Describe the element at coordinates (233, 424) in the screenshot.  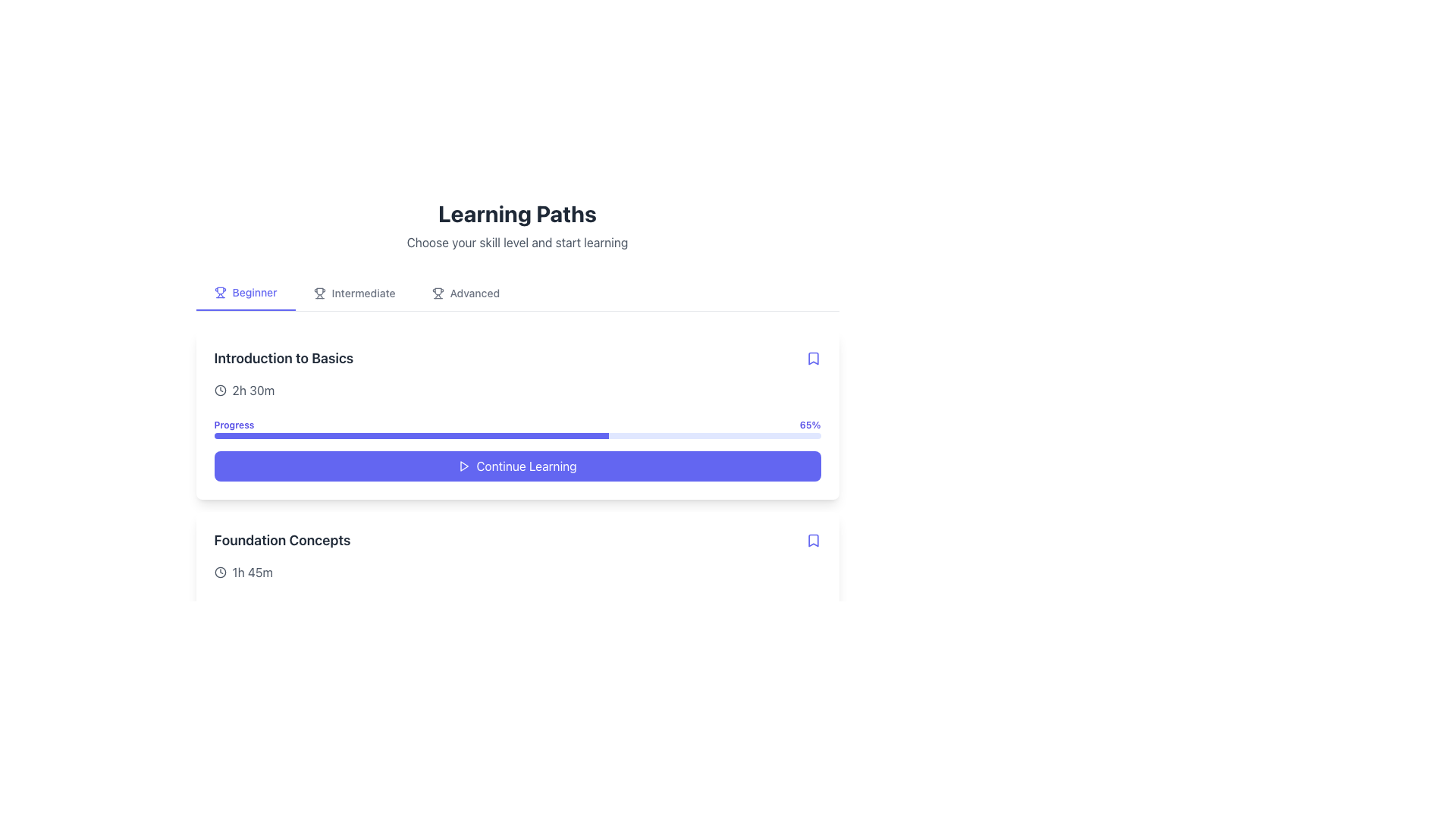
I see `the text label displaying 'Progress' in blue, located above the progress bar in the card section titled 'Introduction to Basics'` at that location.